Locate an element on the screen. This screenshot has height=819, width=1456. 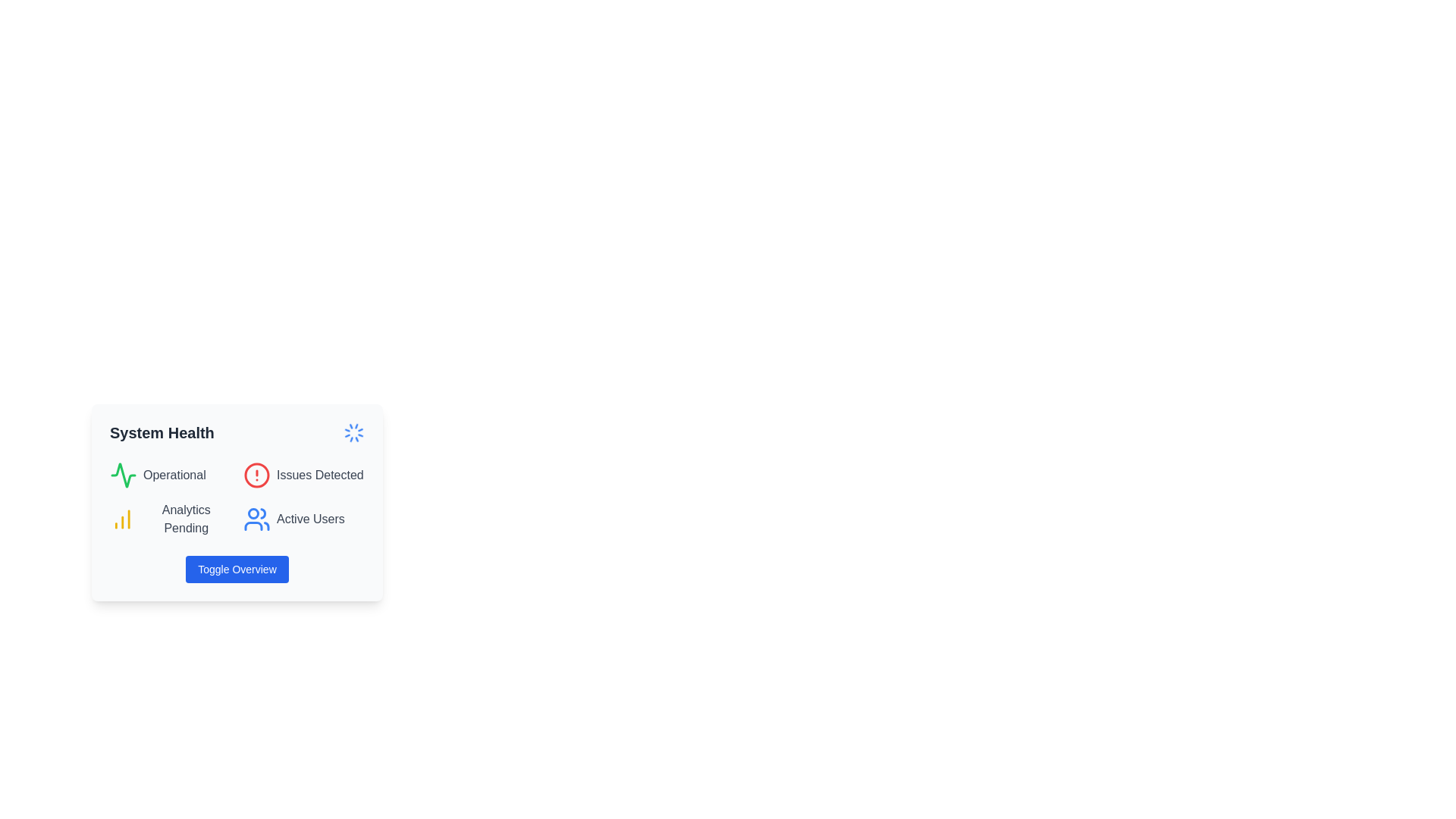
the SVG circle indicating issues detected in the system, which is the second indicator in the 'System Health' visual summary card is located at coordinates (257, 475).